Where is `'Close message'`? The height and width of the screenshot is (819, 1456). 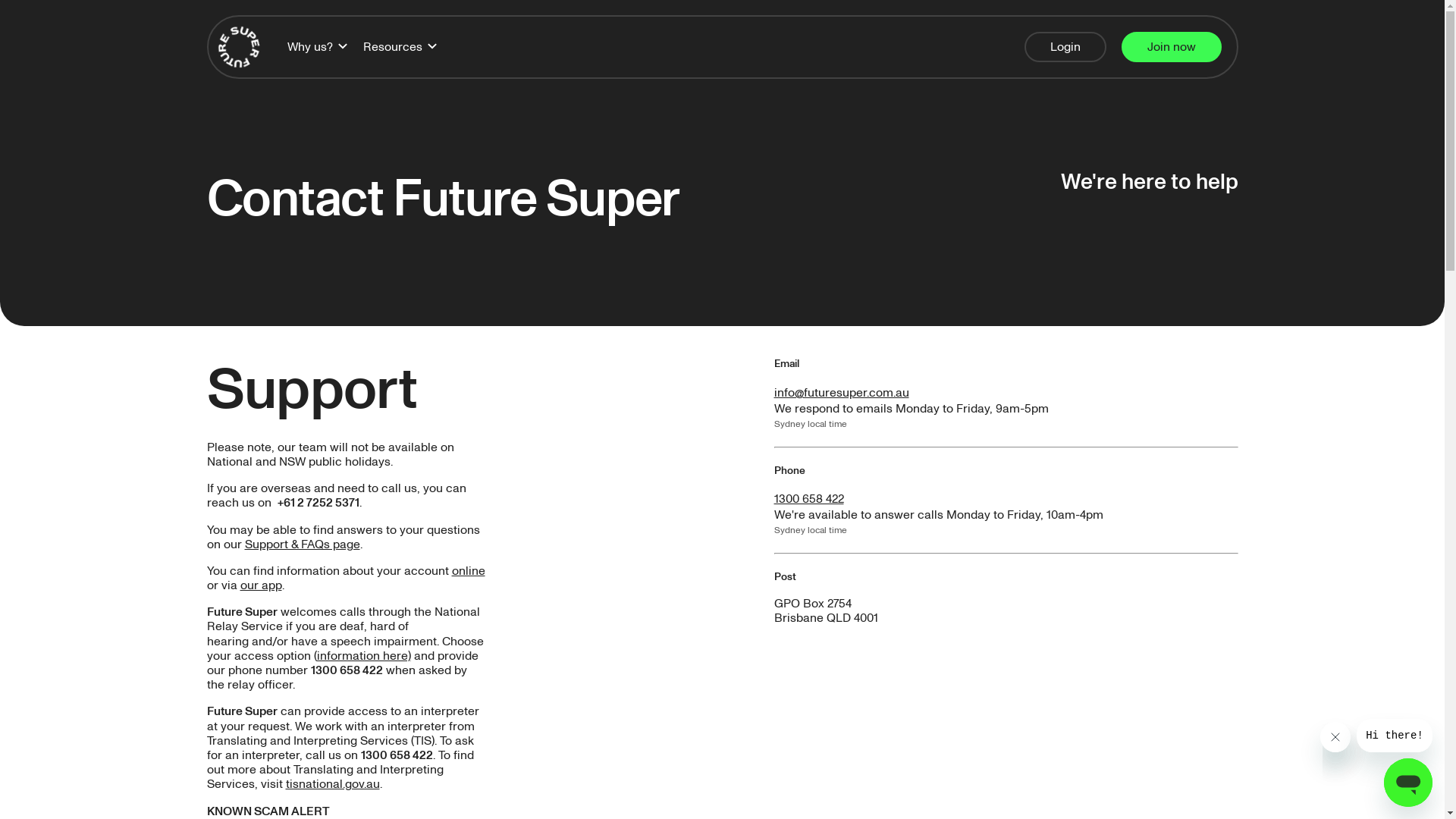
'Close message' is located at coordinates (1319, 736).